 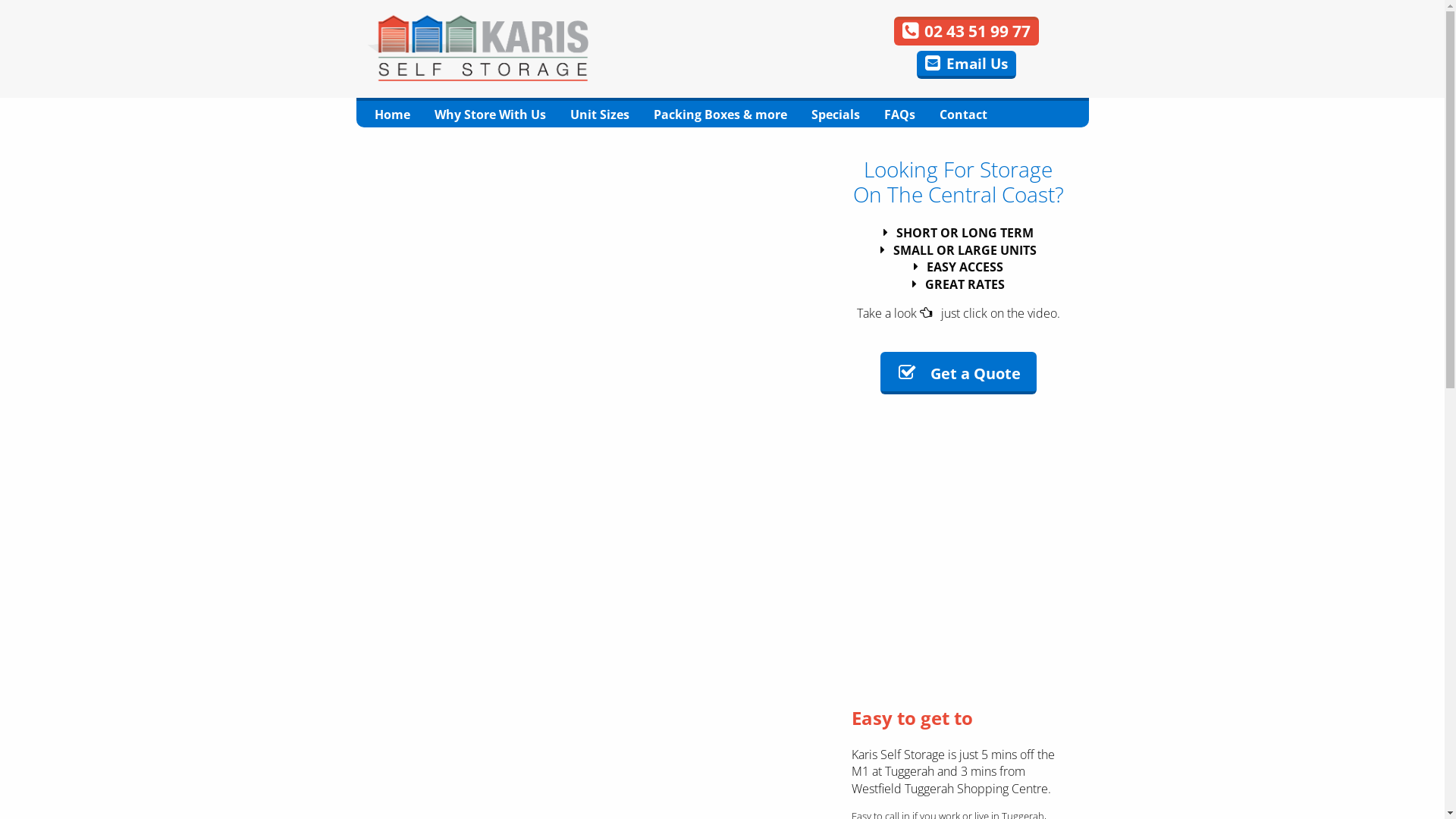 I want to click on 'Home...', so click(x=476, y=46).